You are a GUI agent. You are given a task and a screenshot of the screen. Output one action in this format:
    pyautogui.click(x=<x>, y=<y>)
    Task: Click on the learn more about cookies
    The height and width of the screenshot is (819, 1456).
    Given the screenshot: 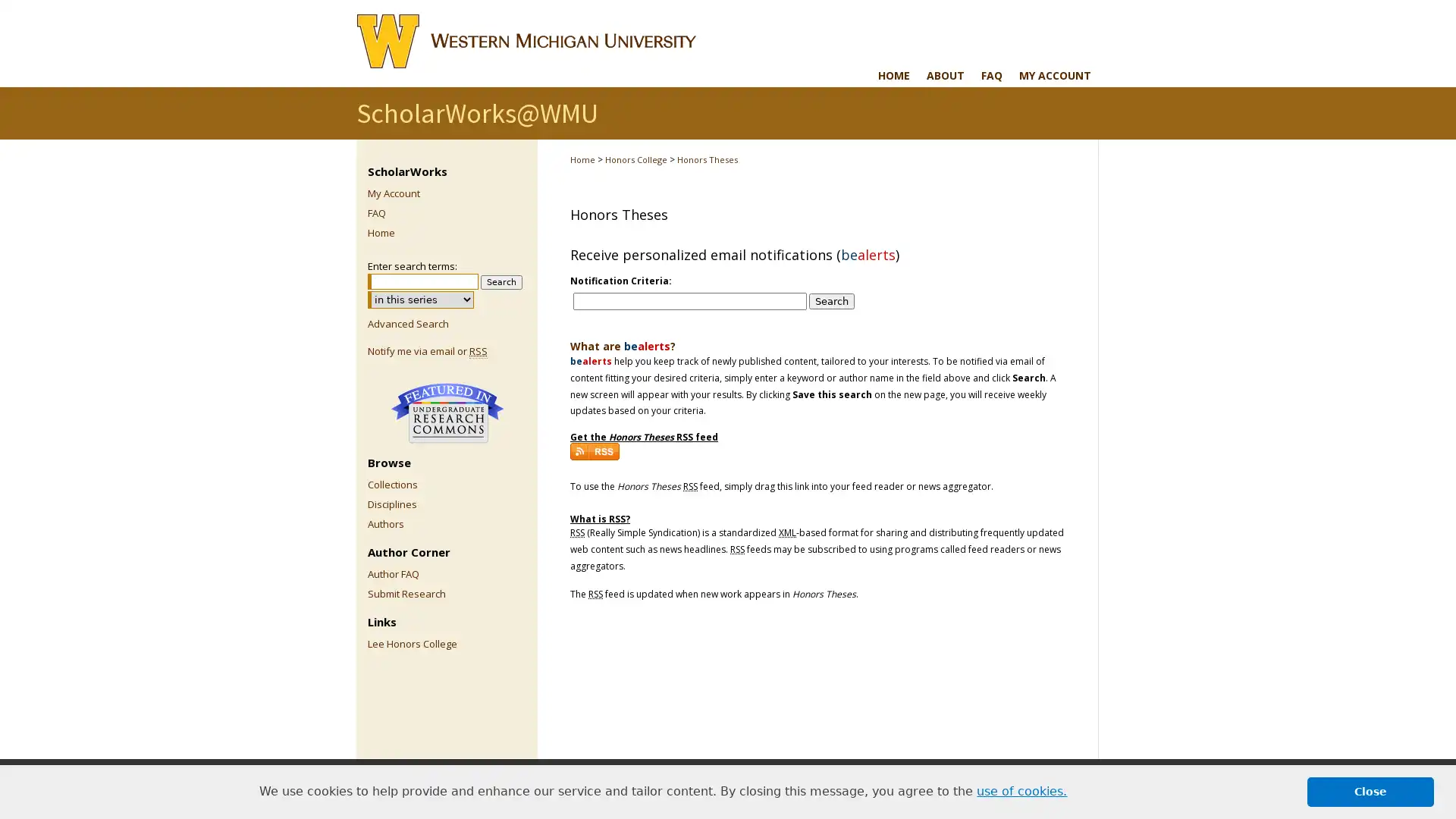 What is the action you would take?
    pyautogui.click(x=1021, y=791)
    